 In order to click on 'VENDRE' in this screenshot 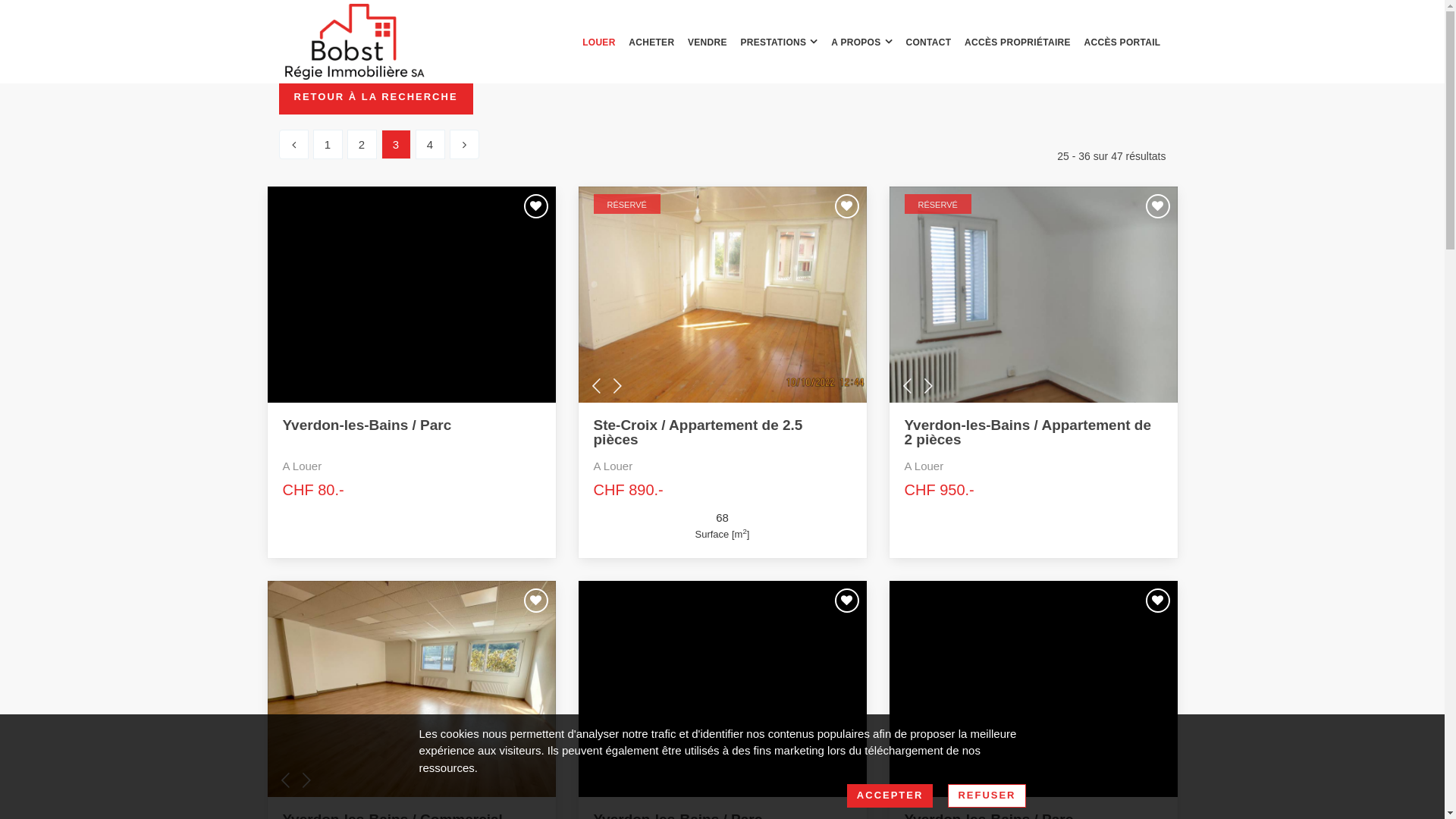, I will do `click(706, 42)`.